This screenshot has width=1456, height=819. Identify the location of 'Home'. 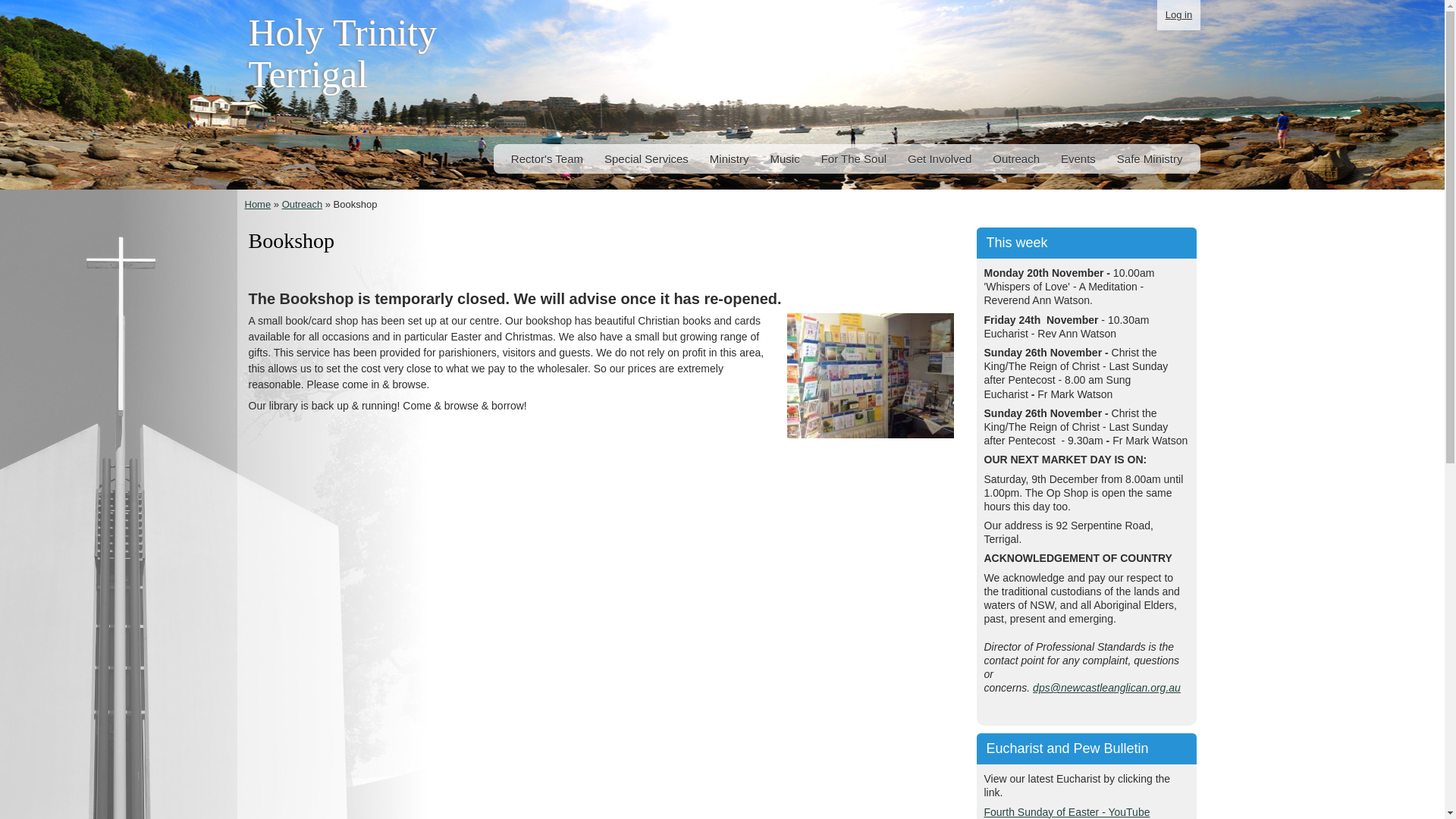
(257, 203).